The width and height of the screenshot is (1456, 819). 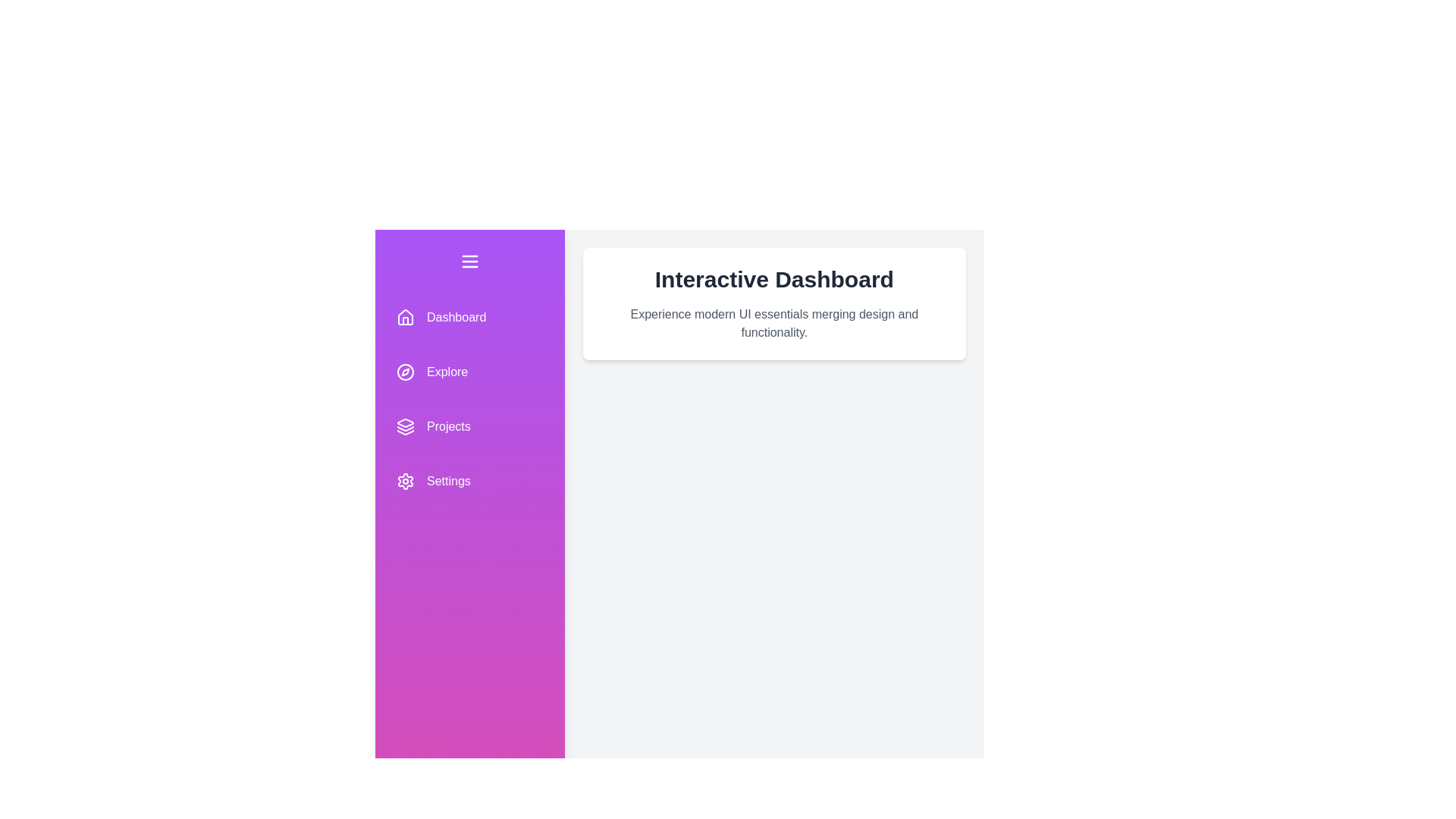 I want to click on the 'Interactive Dashboard' section to focus on it, so click(x=774, y=280).